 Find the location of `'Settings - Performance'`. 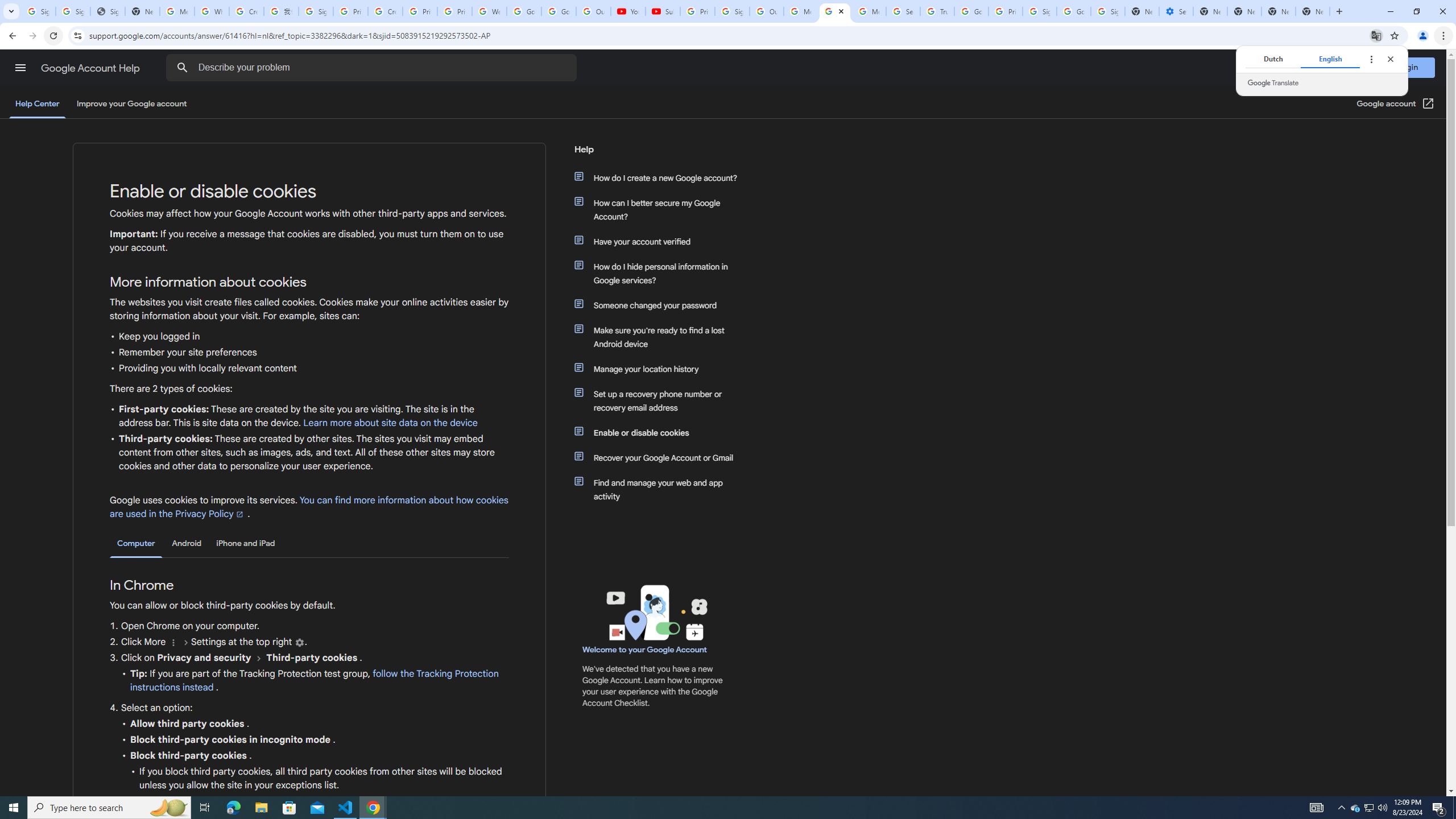

'Settings - Performance' is located at coordinates (1176, 11).